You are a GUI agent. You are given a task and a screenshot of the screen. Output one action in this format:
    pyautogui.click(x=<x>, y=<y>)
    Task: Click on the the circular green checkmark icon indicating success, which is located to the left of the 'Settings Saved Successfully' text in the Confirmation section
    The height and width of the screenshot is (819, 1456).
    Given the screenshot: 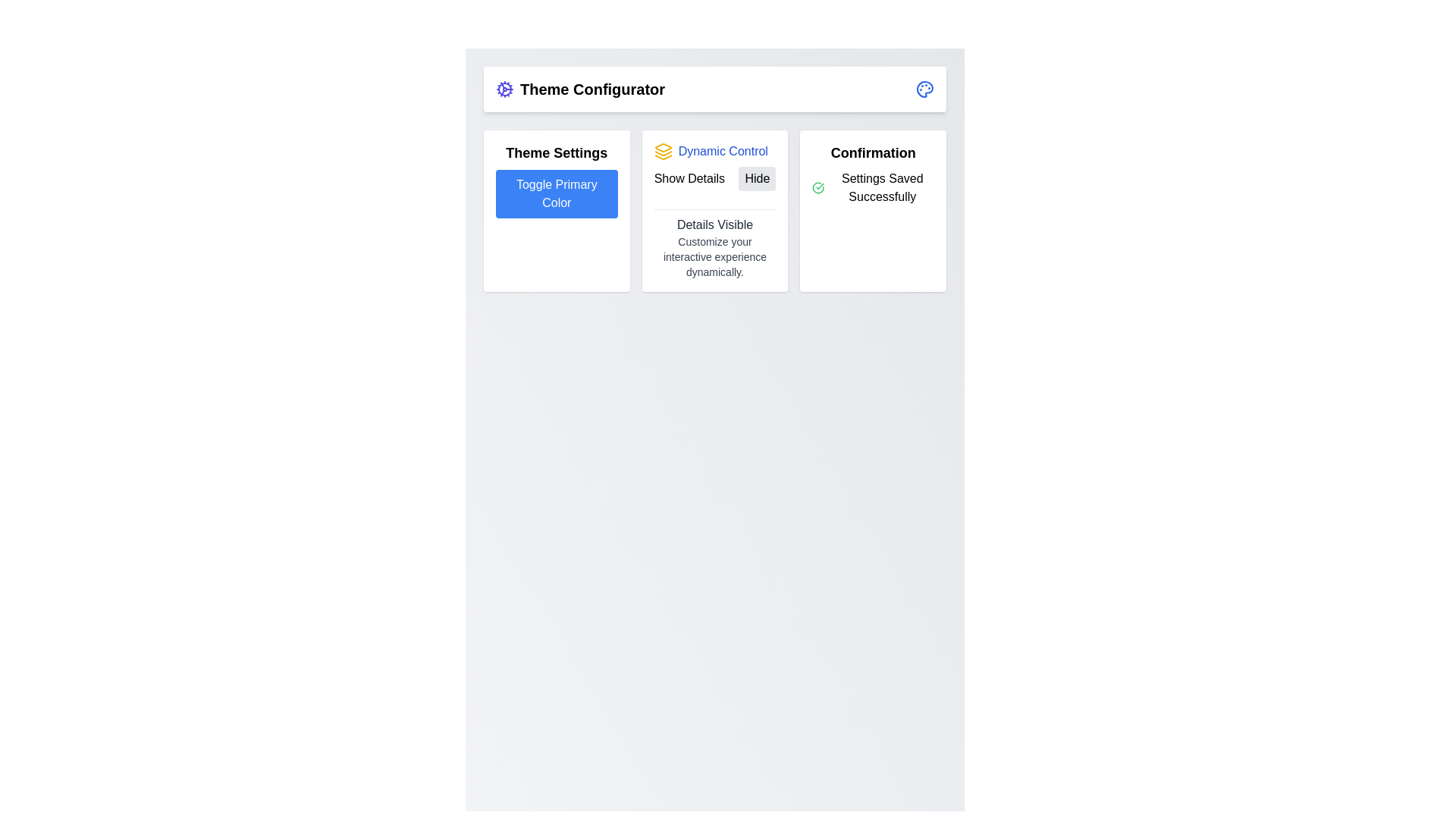 What is the action you would take?
    pyautogui.click(x=817, y=187)
    